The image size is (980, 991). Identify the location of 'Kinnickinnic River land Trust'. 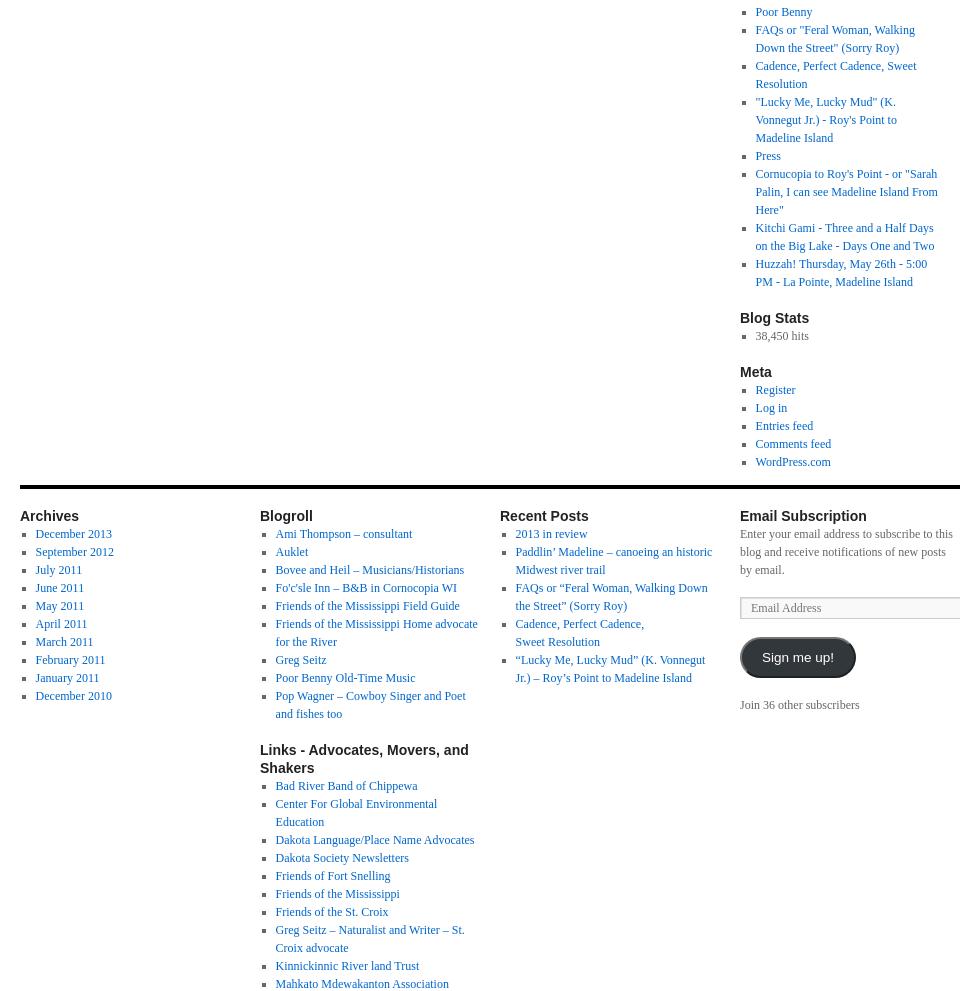
(347, 966).